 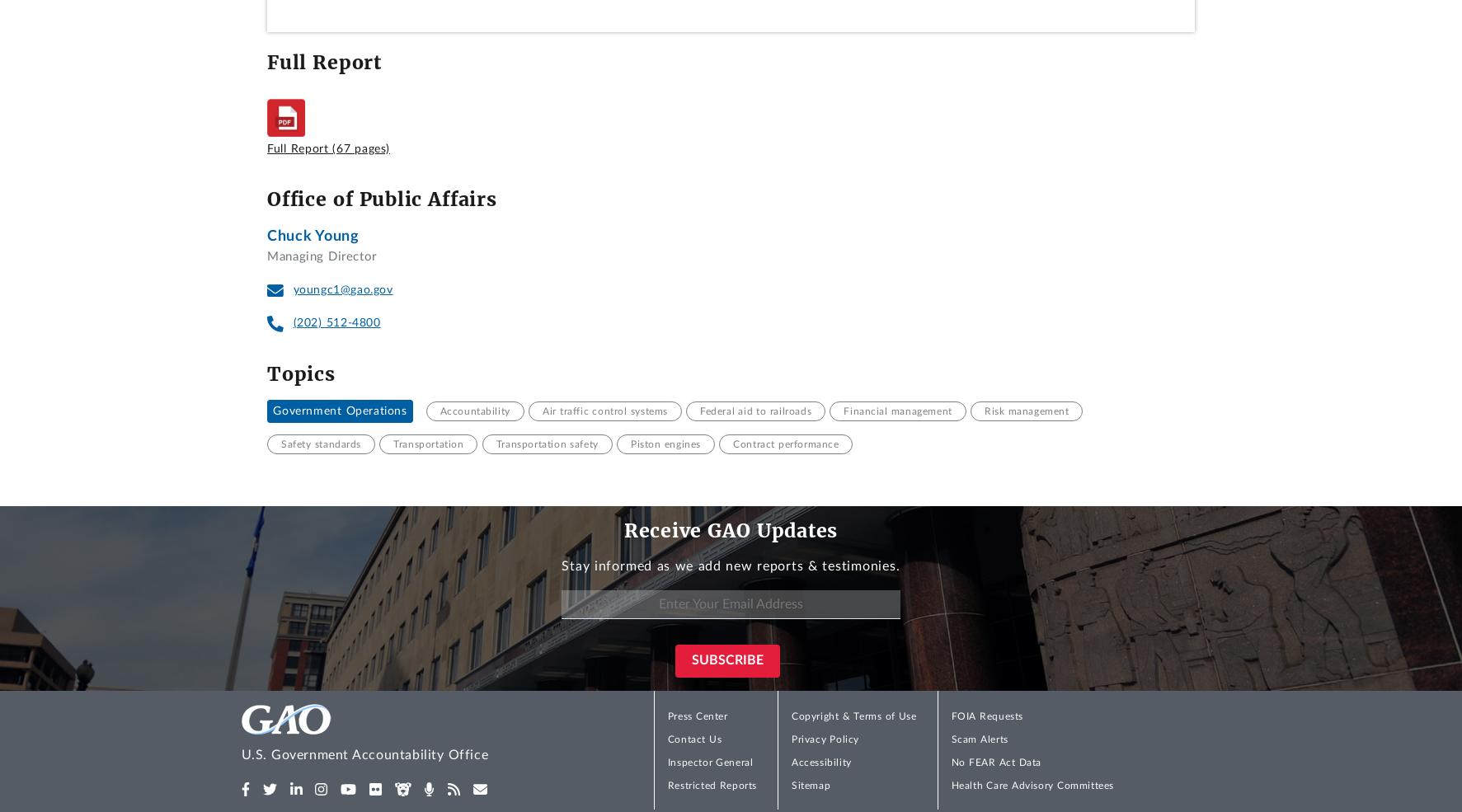 I want to click on 'Government Operations', so click(x=339, y=411).